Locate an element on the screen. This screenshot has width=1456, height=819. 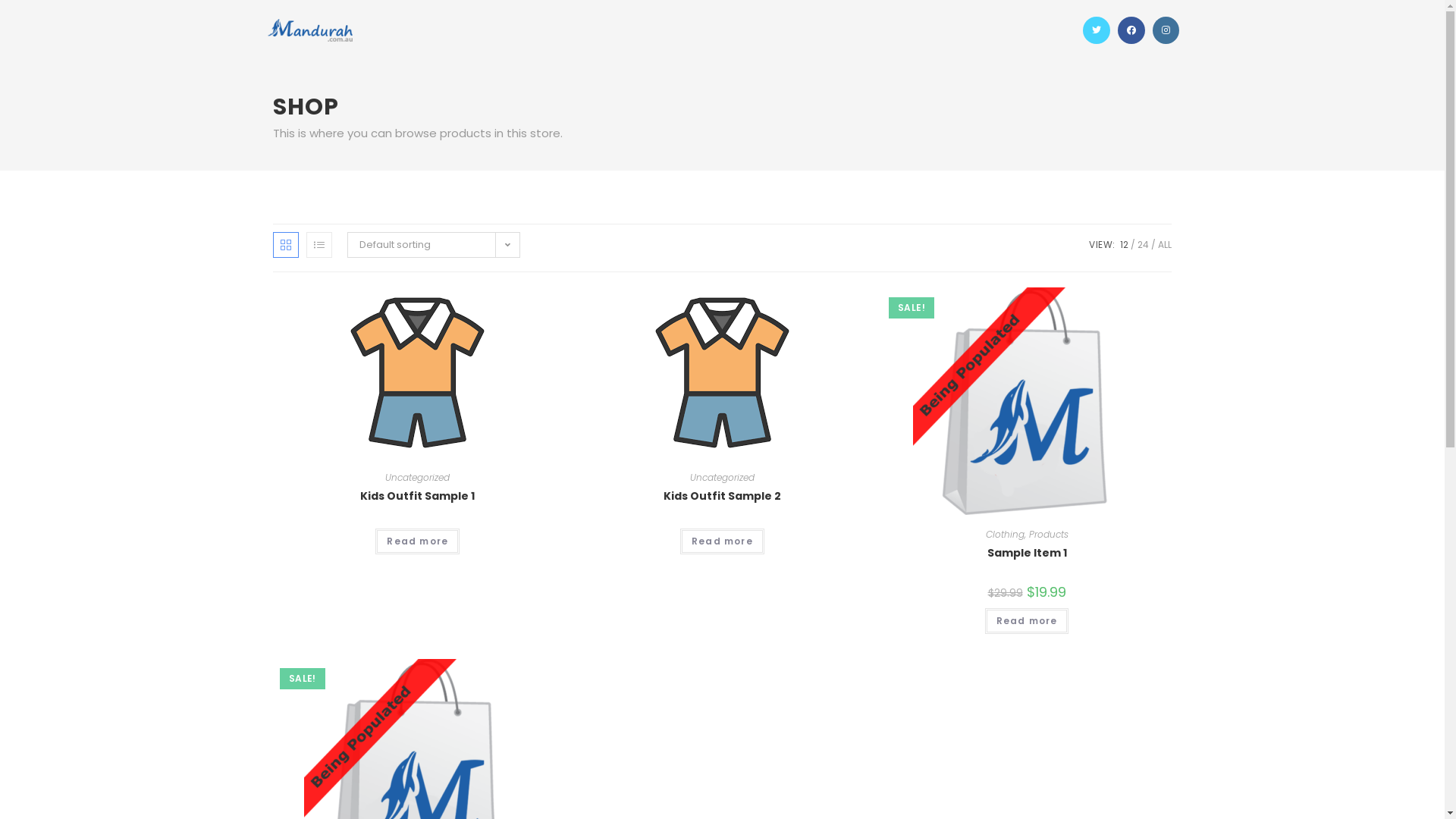
'24' is located at coordinates (1143, 243).